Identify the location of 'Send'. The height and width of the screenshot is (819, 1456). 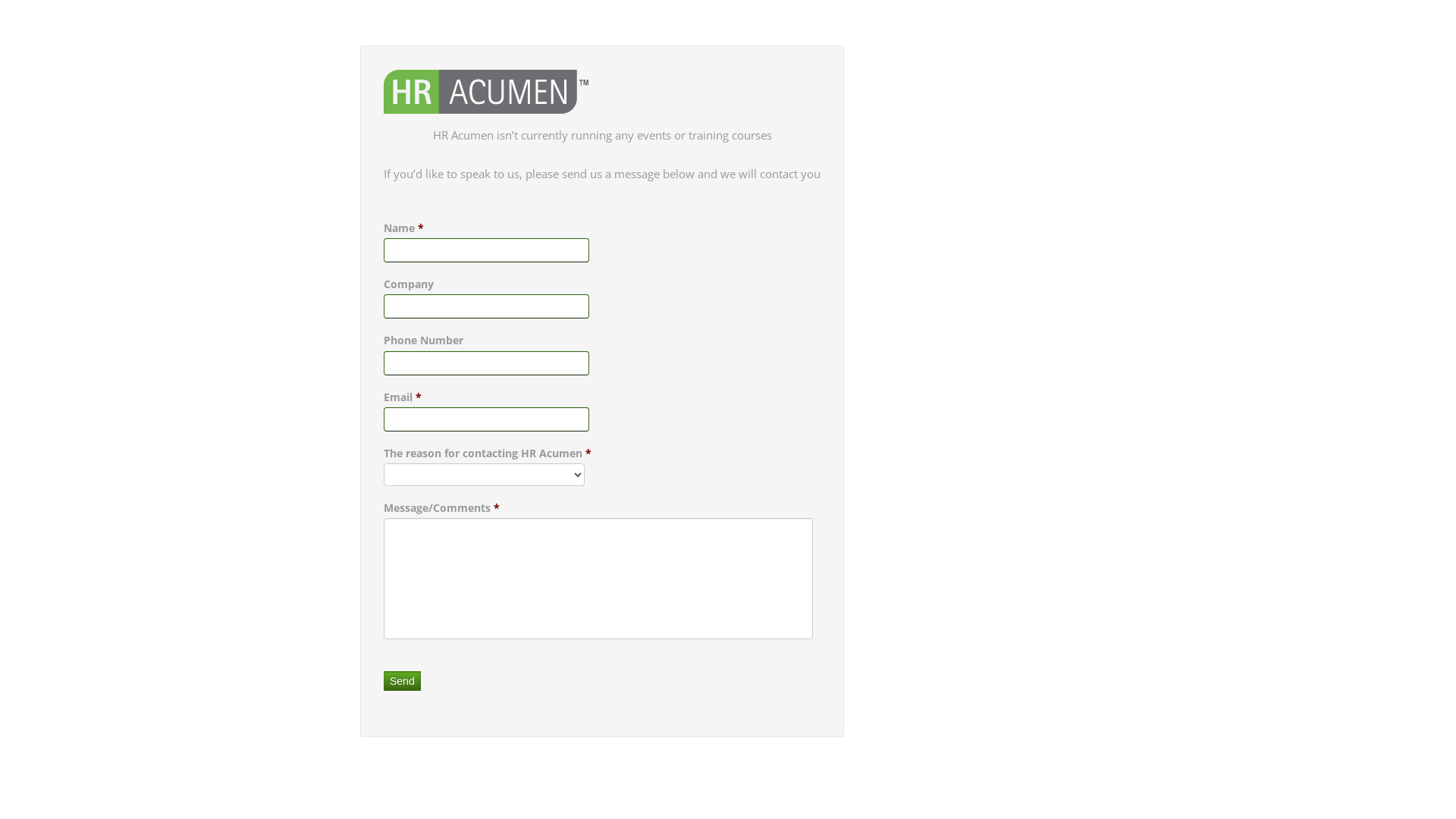
(402, 680).